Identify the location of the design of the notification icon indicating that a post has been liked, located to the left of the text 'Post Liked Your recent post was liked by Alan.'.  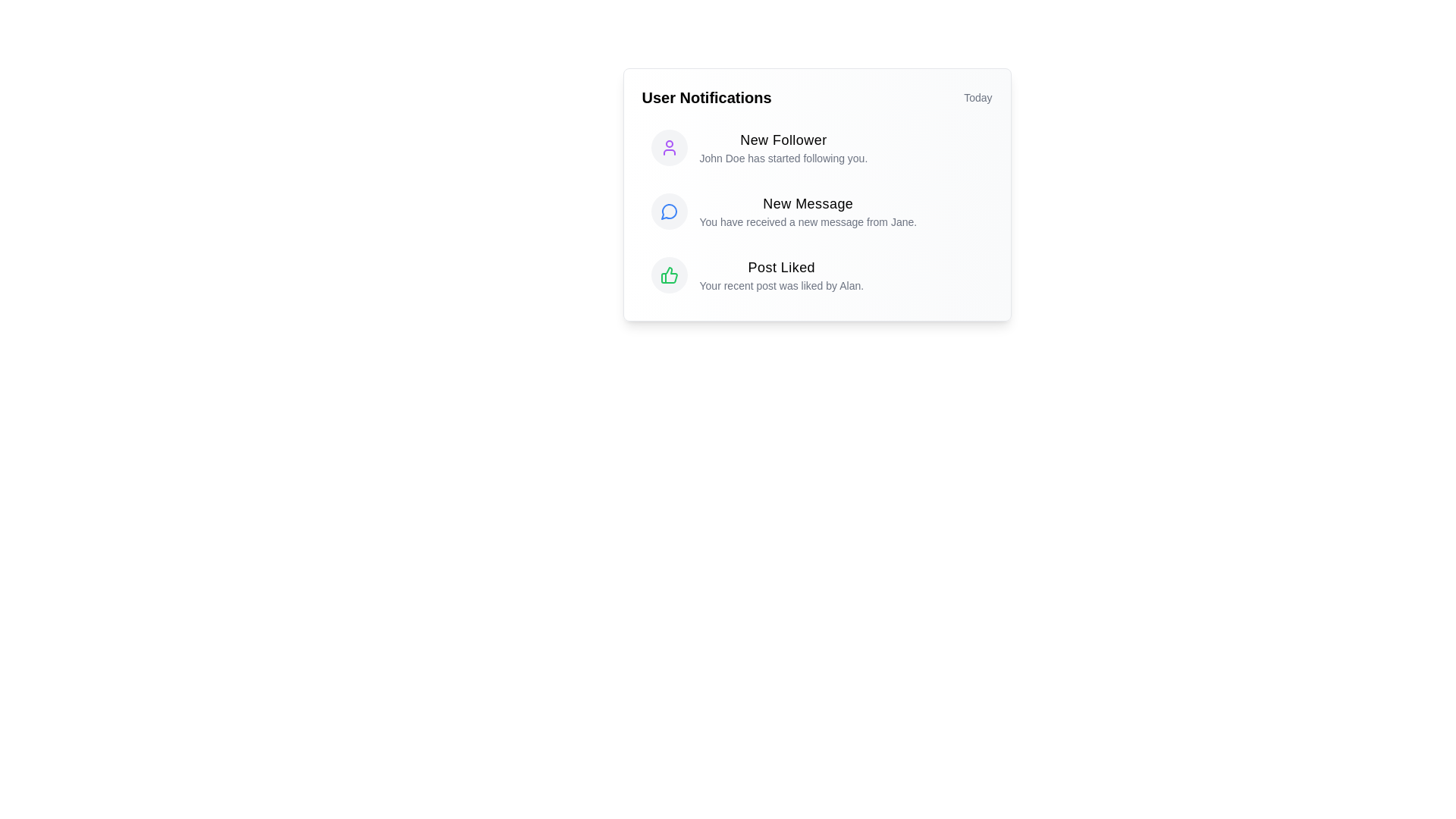
(668, 275).